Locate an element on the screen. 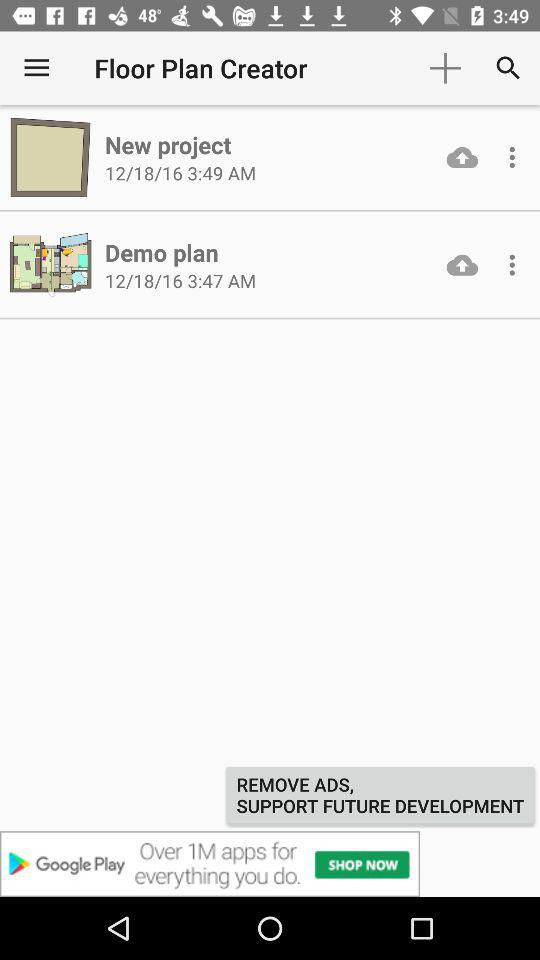  open new project settings is located at coordinates (512, 156).